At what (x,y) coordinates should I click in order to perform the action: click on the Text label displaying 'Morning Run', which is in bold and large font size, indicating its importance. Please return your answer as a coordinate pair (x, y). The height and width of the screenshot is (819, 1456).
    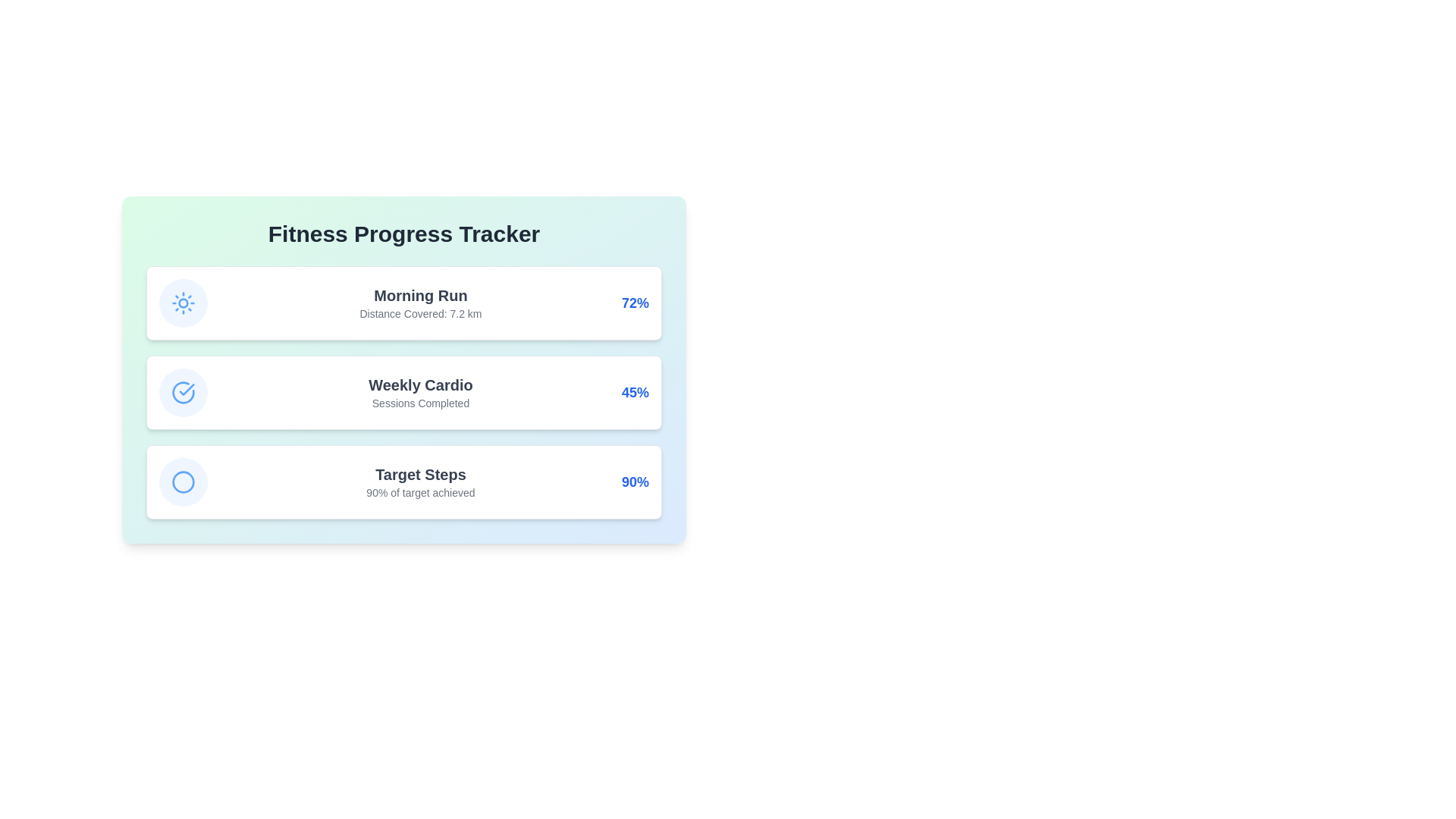
    Looking at the image, I should click on (421, 295).